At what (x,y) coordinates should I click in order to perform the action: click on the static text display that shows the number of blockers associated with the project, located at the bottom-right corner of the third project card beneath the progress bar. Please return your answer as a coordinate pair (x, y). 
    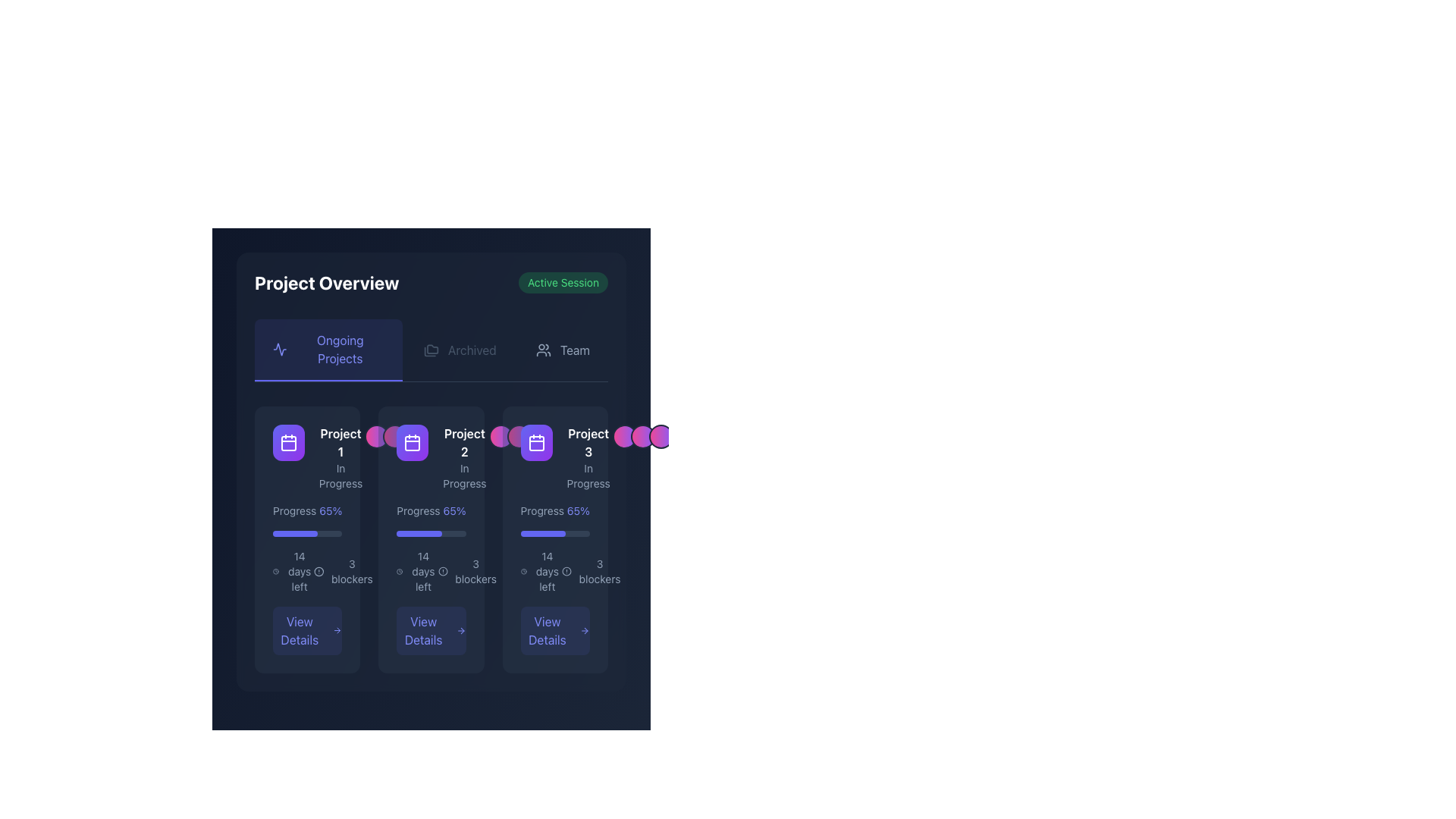
    Looking at the image, I should click on (599, 571).